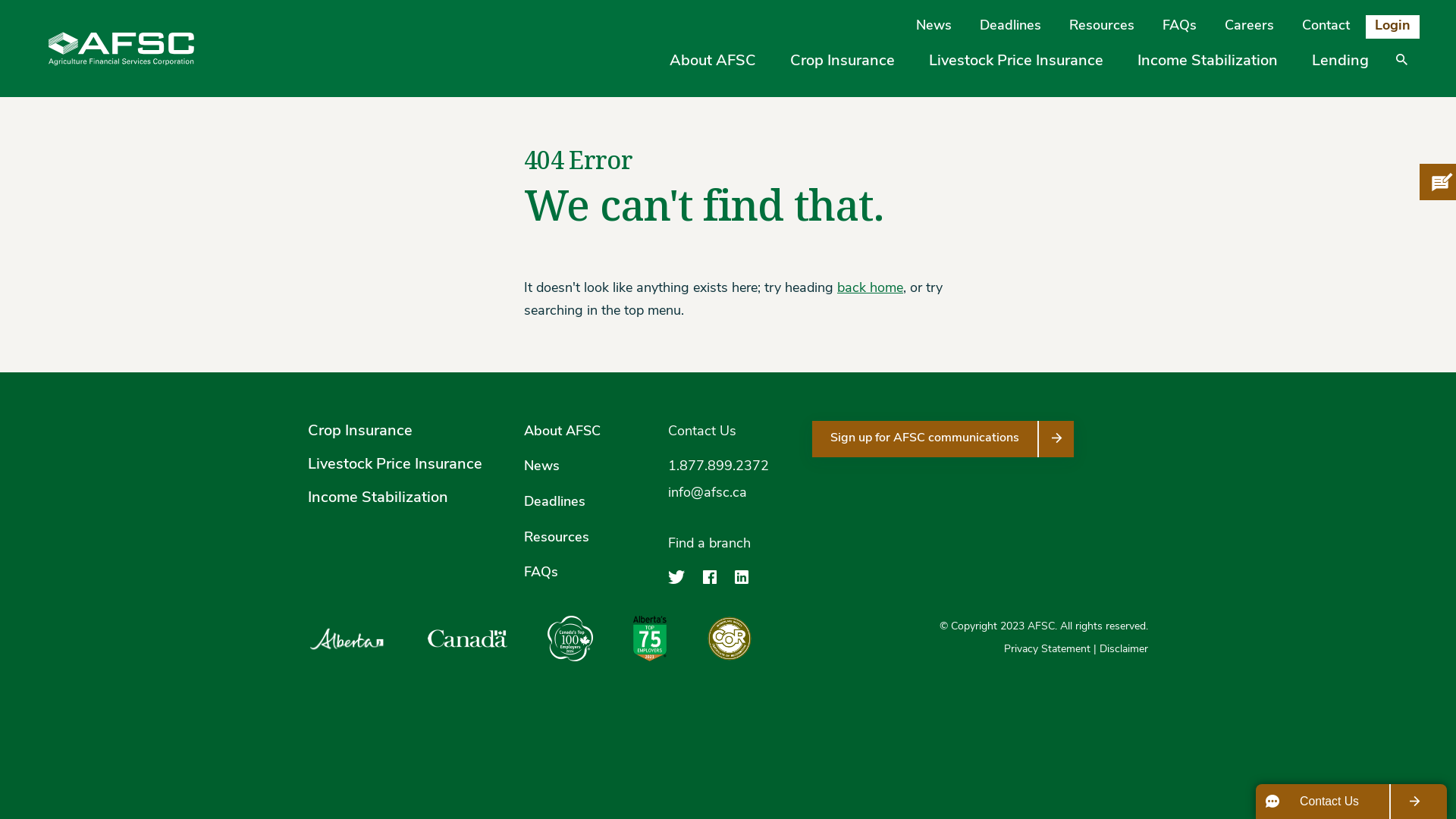 This screenshot has height=819, width=1456. What do you see at coordinates (1295, 61) in the screenshot?
I see `'Lending'` at bounding box center [1295, 61].